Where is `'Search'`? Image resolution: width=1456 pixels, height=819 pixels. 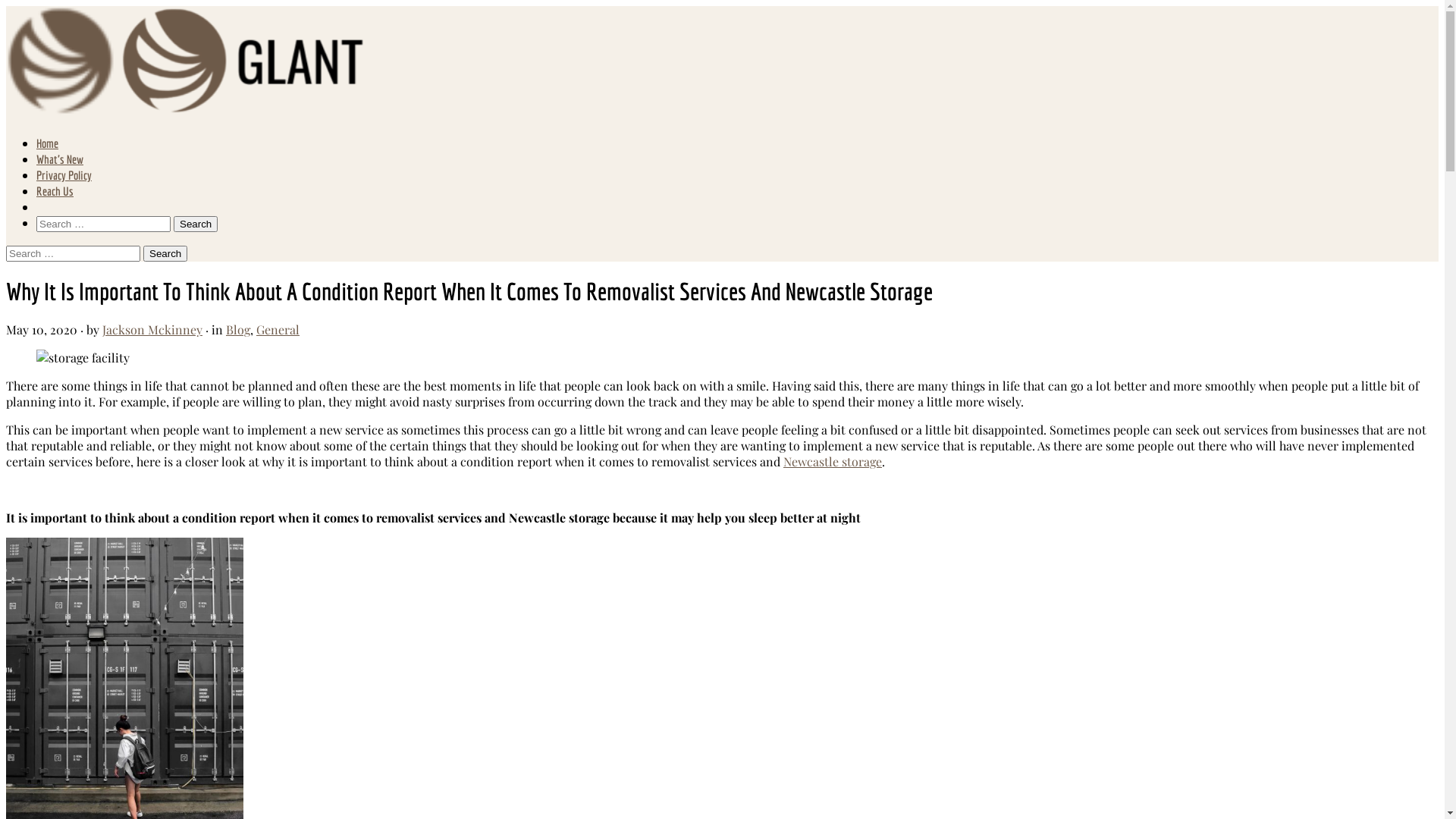
'Search' is located at coordinates (195, 224).